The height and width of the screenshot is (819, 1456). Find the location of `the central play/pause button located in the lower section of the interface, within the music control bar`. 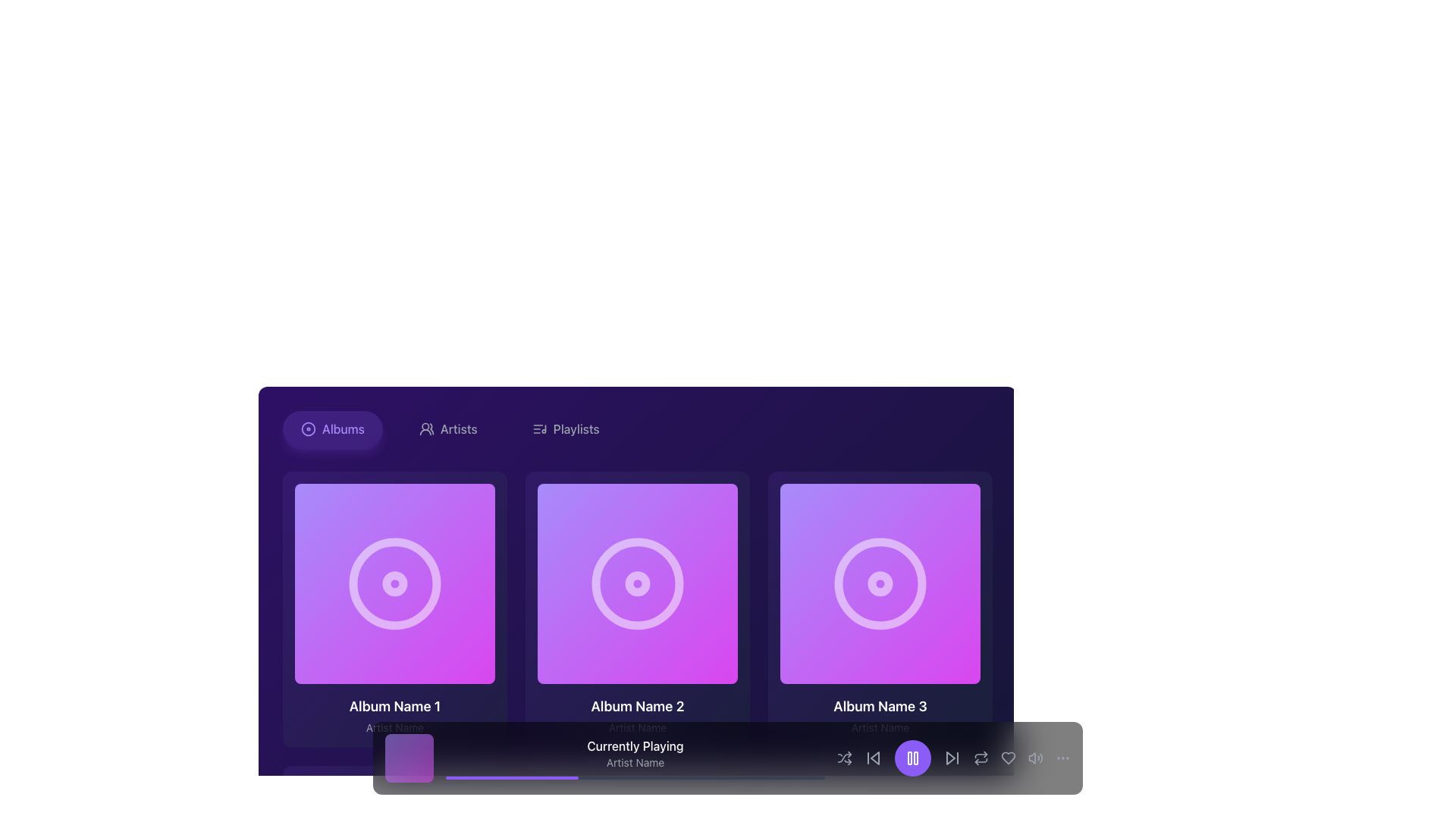

the central play/pause button located in the lower section of the interface, within the music control bar is located at coordinates (912, 758).